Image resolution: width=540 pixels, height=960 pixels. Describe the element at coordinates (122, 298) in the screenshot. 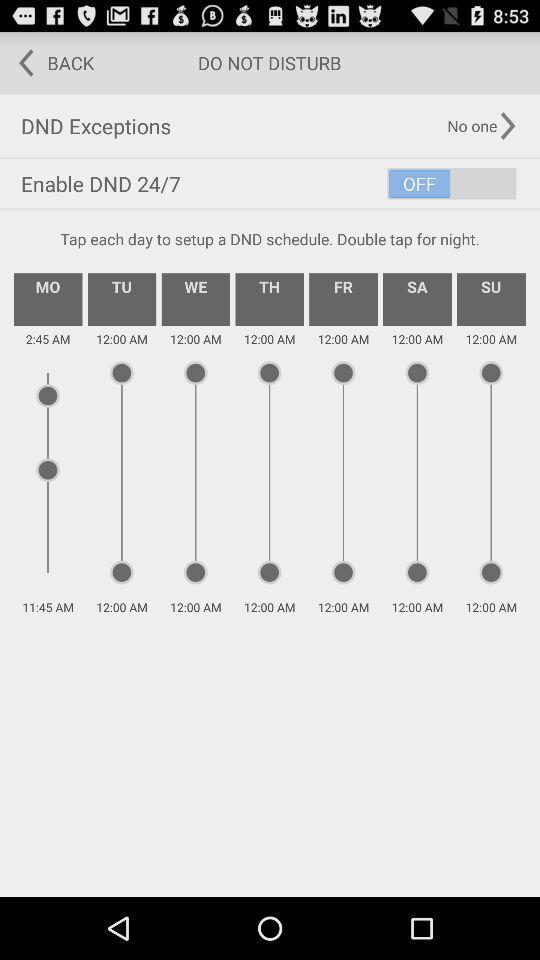

I see `the item to the right of the 2:45 am` at that location.